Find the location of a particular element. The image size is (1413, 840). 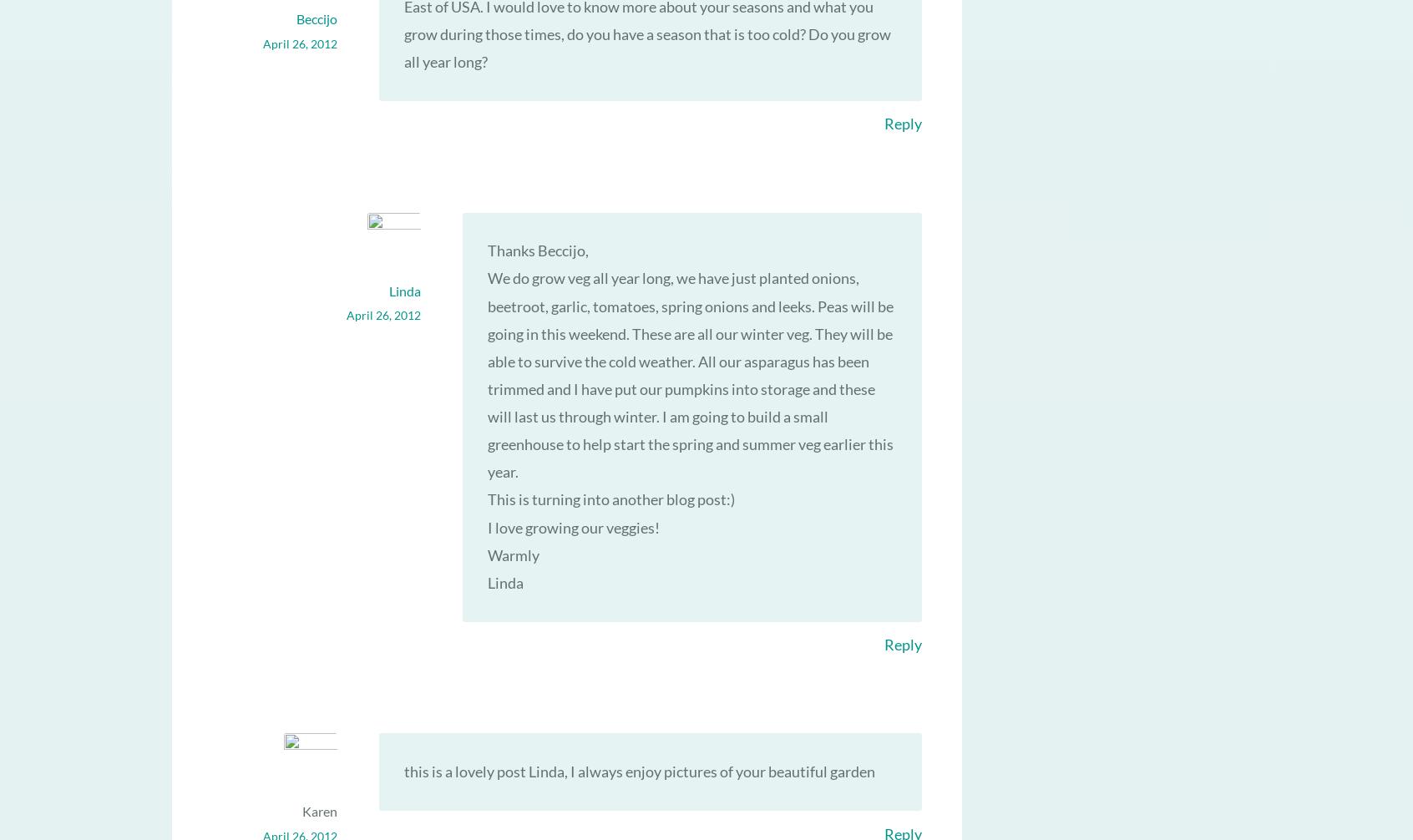

'Thanks Beccijo,' is located at coordinates (537, 249).